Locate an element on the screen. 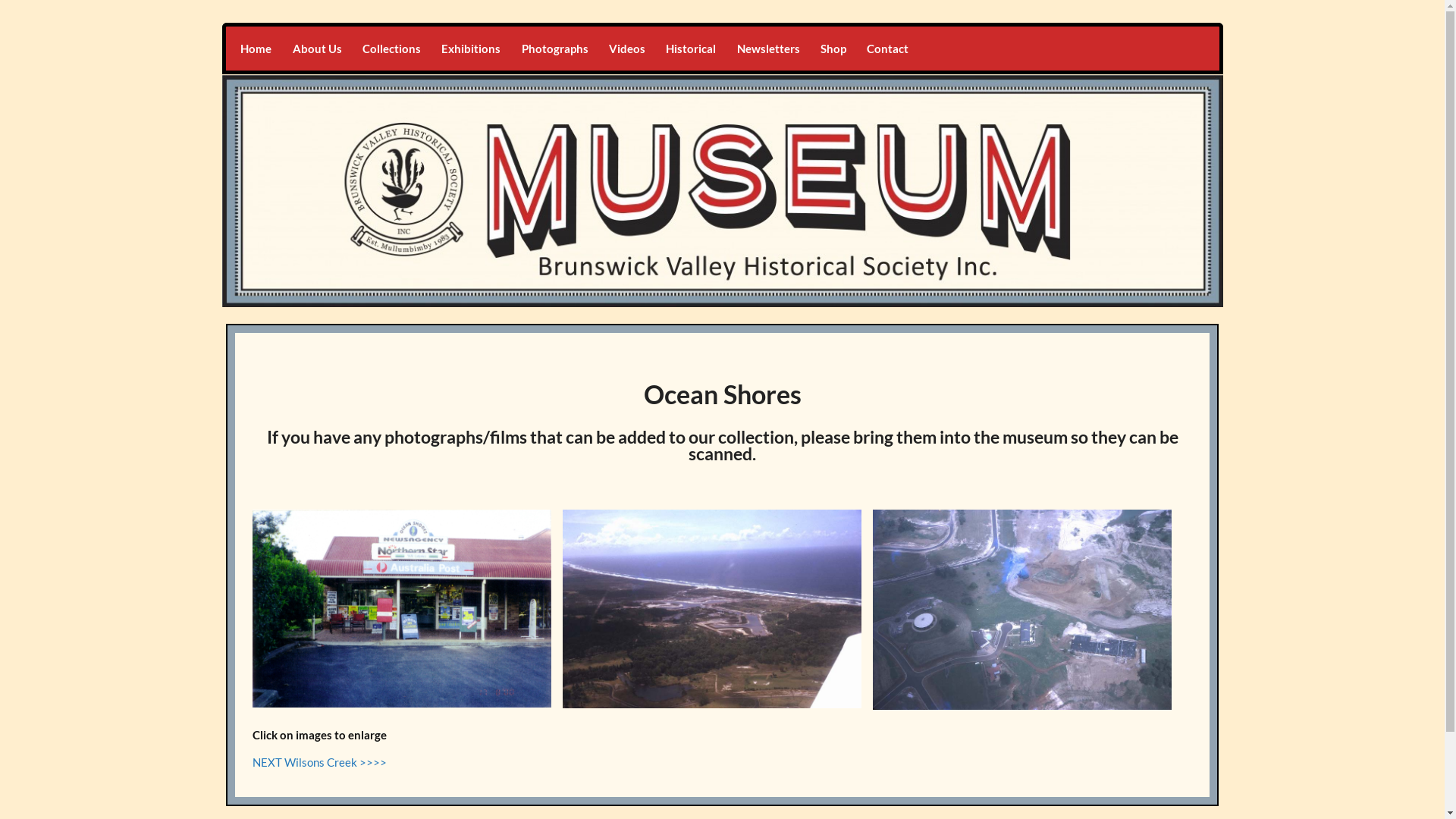 The image size is (1456, 819). 'NEXT Wilsons Creek >>>>' is located at coordinates (252, 762).